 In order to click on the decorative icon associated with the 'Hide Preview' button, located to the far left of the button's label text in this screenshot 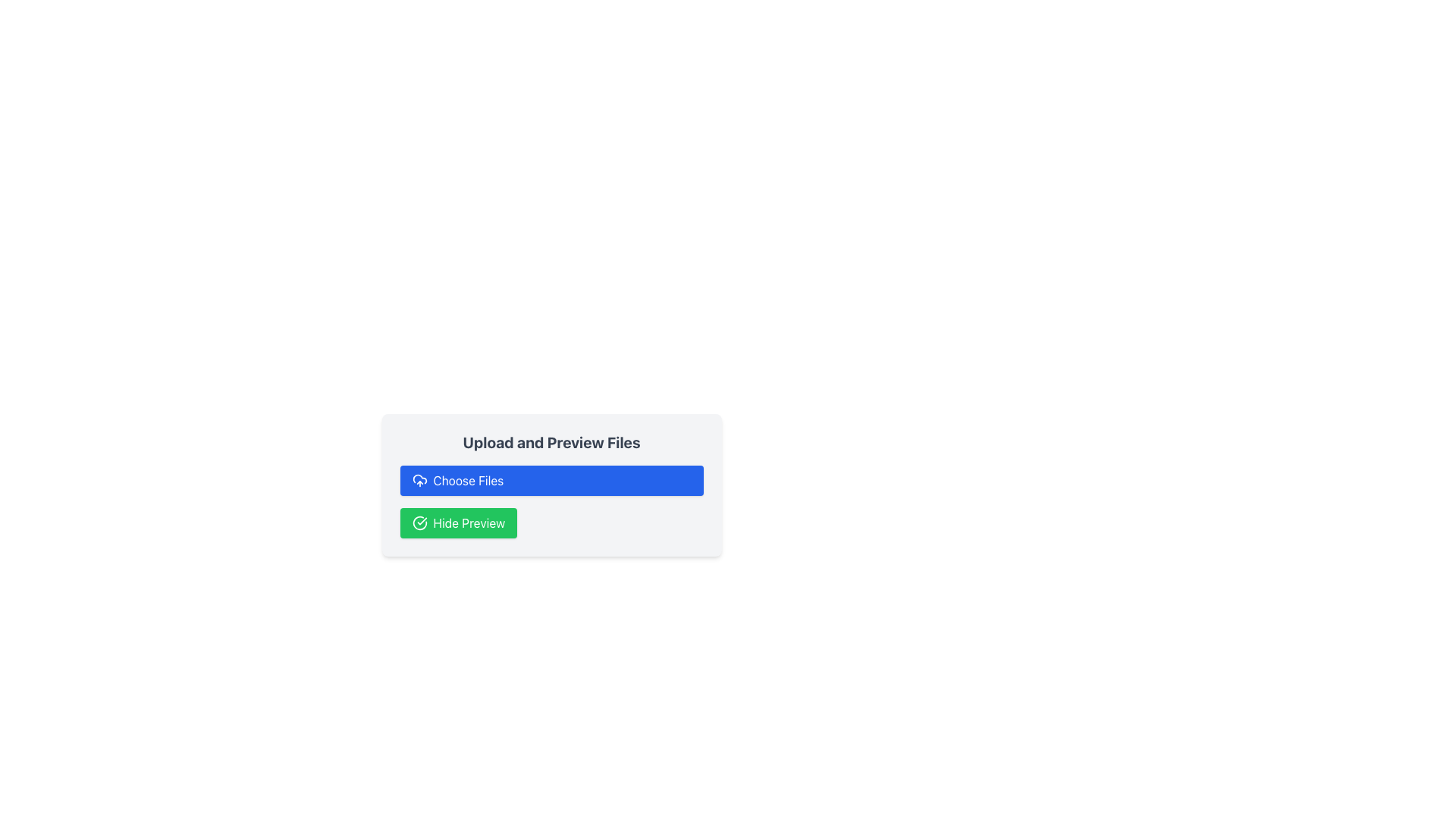, I will do `click(419, 522)`.